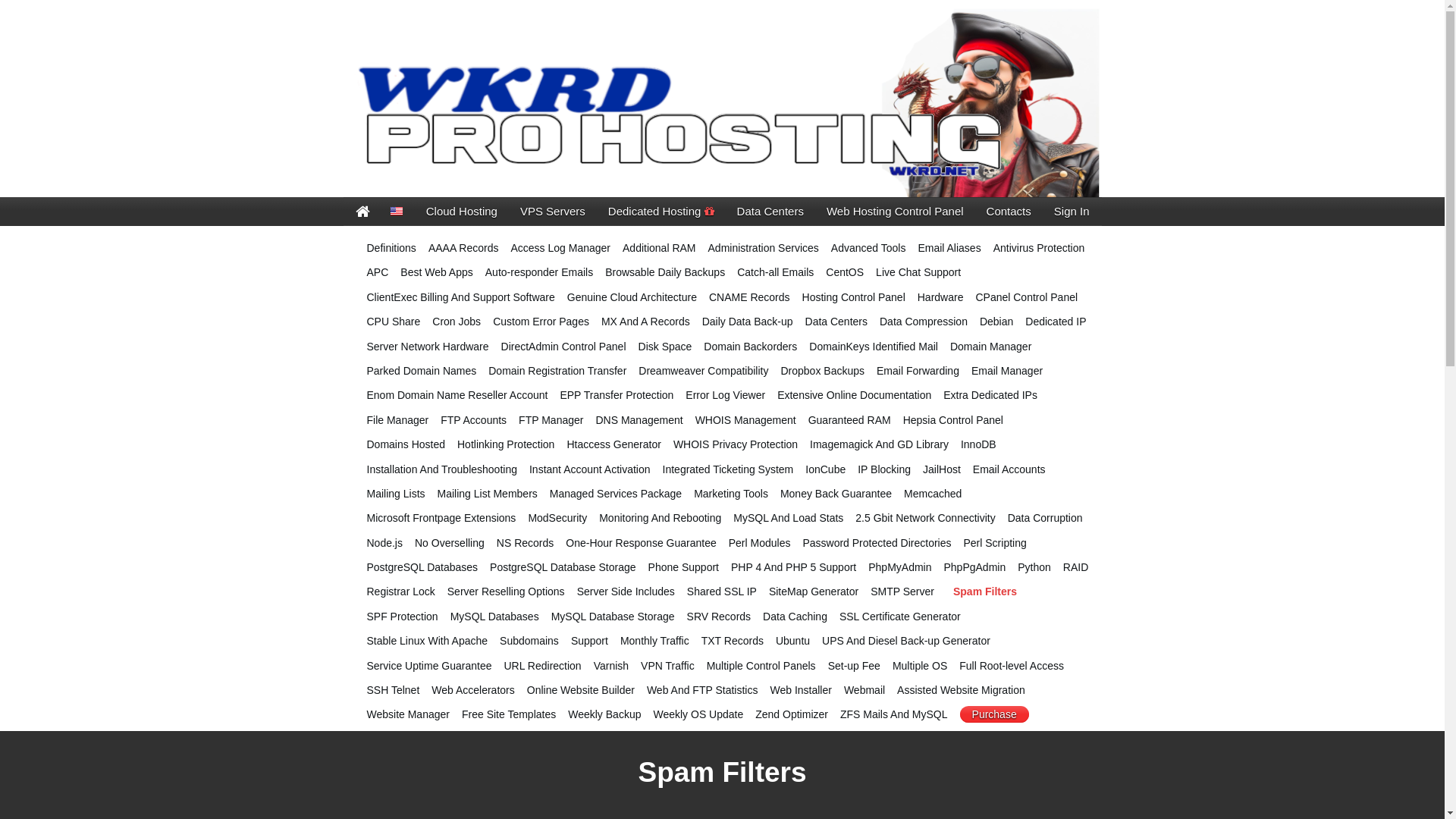 The width and height of the screenshot is (1456, 819). Describe the element at coordinates (400, 271) in the screenshot. I see `'Best Web Apps'` at that location.